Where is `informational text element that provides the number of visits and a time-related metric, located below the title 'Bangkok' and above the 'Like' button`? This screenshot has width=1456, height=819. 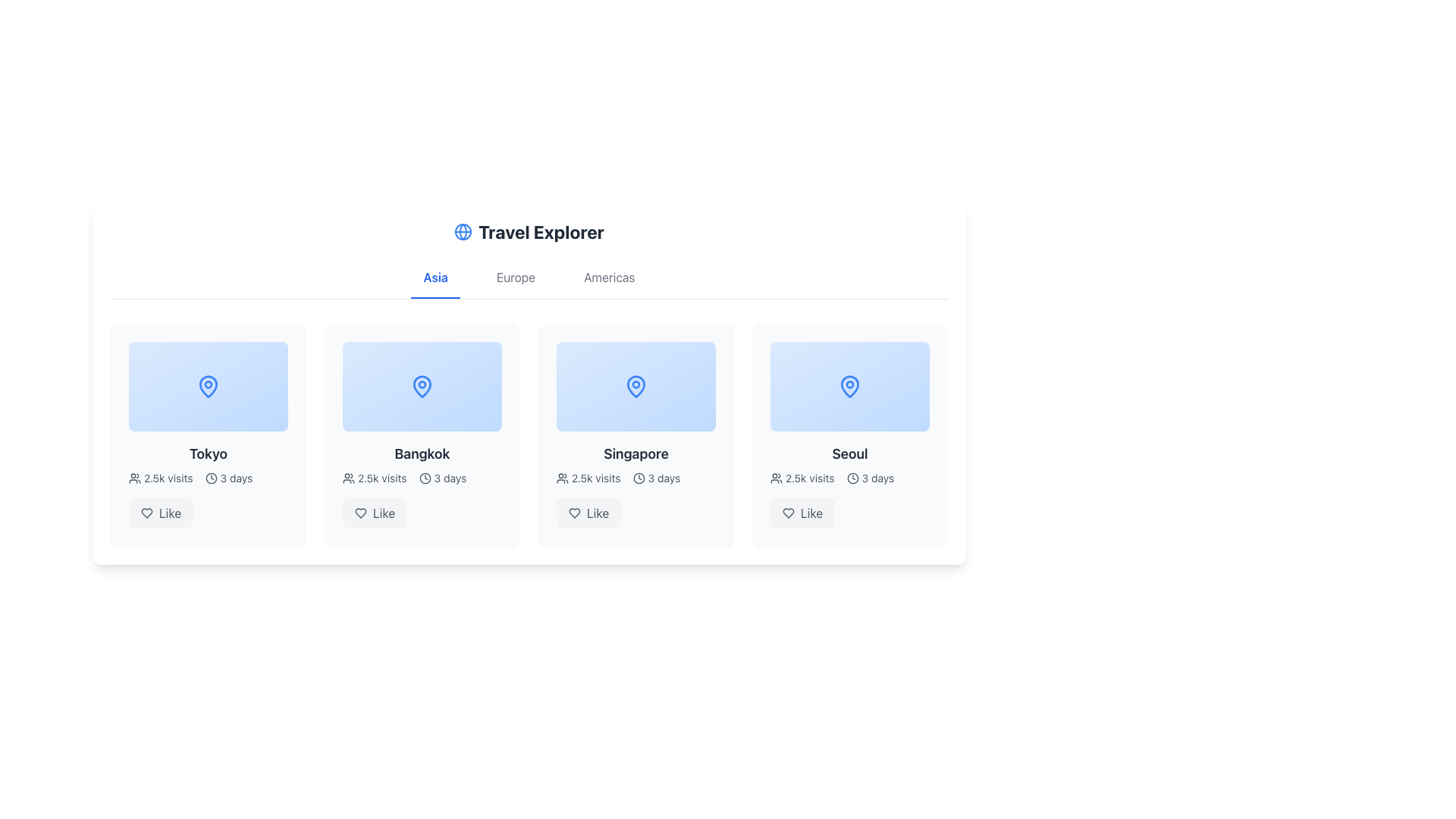 informational text element that provides the number of visits and a time-related metric, located below the title 'Bangkok' and above the 'Like' button is located at coordinates (422, 479).